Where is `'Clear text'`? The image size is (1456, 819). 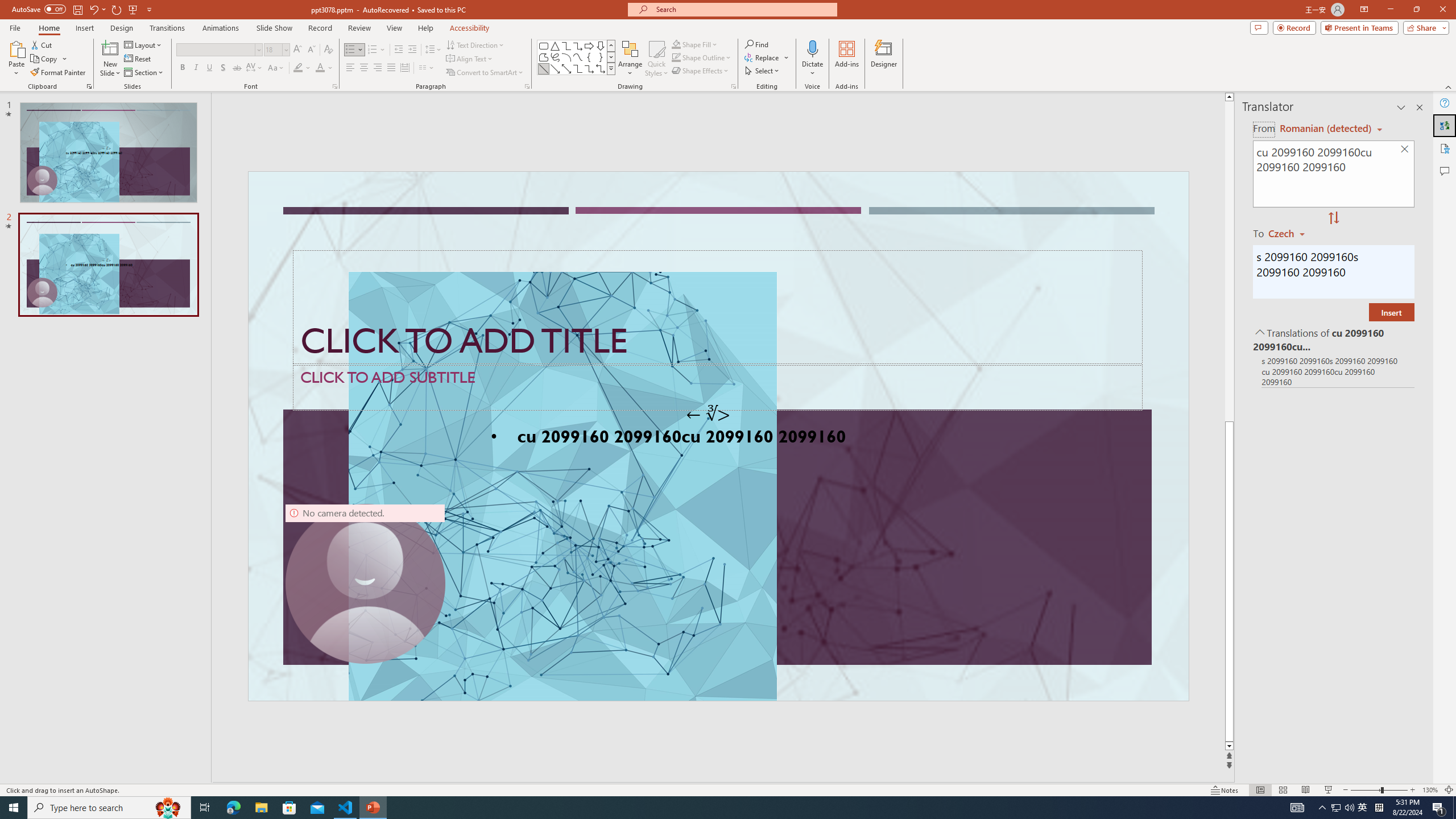
'Clear text' is located at coordinates (1405, 150).